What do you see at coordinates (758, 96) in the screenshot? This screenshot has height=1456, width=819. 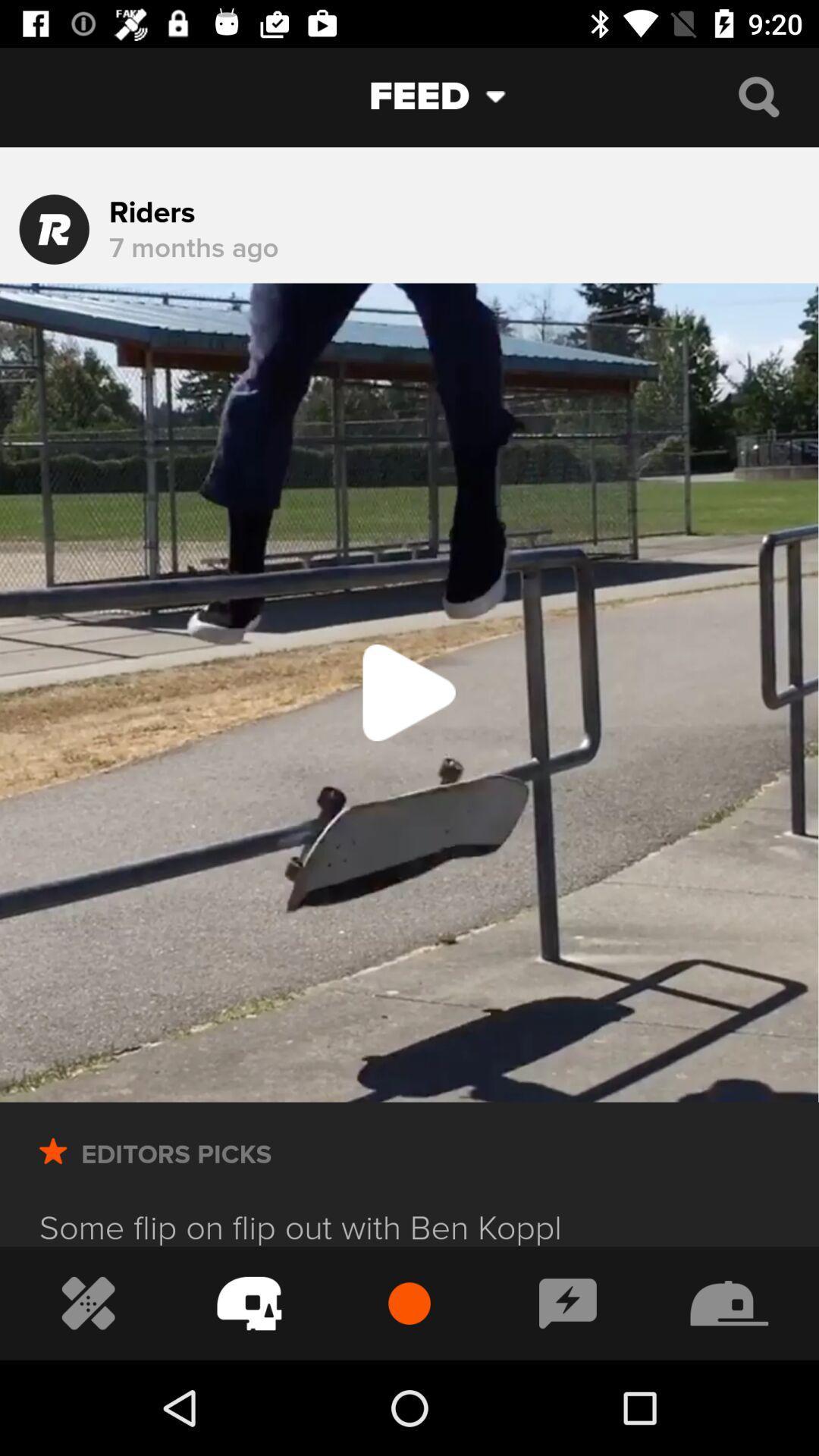 I see `the search icon` at bounding box center [758, 96].